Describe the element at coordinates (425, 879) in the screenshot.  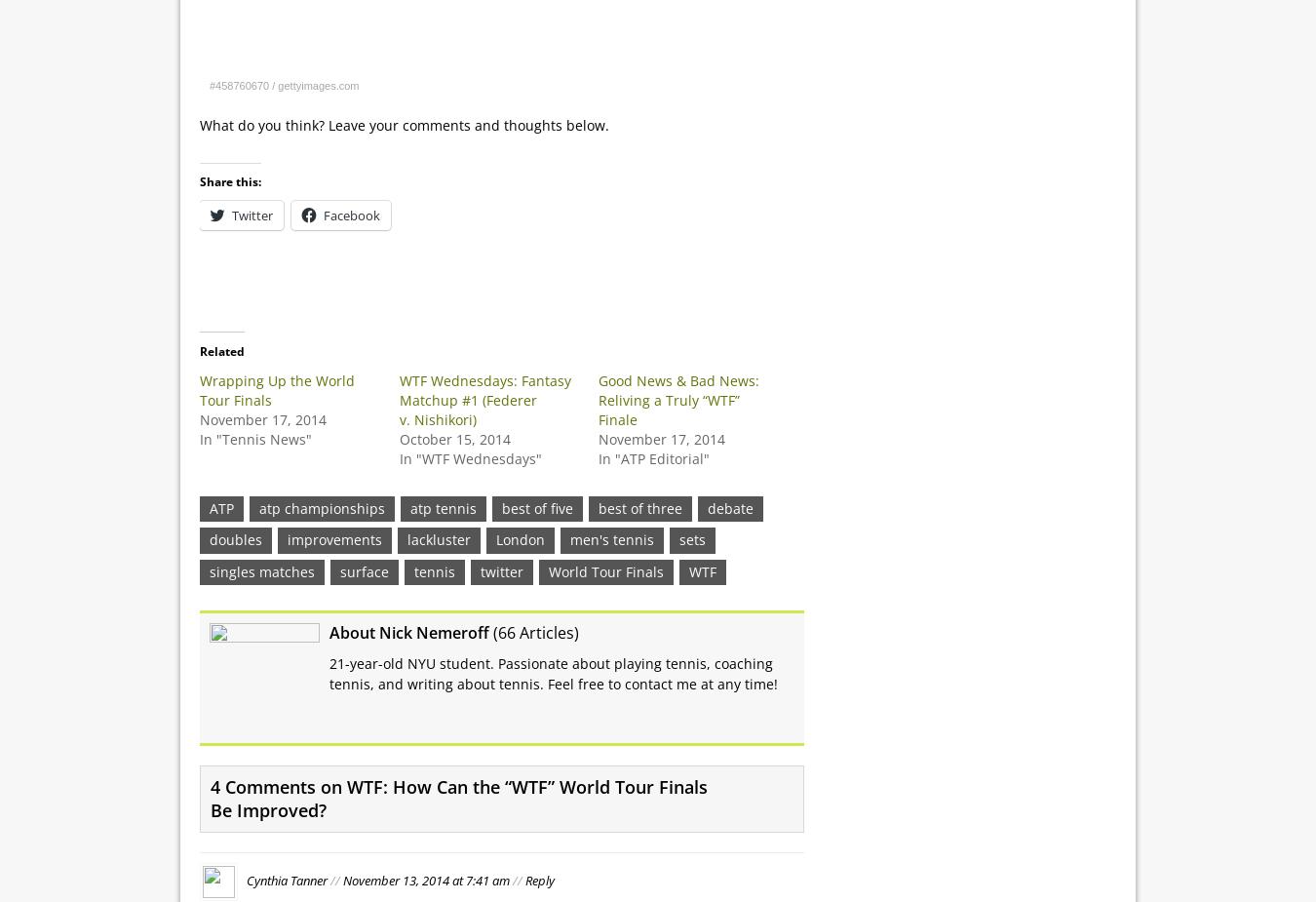
I see `'November 13, 2014 at 7:41 am'` at that location.